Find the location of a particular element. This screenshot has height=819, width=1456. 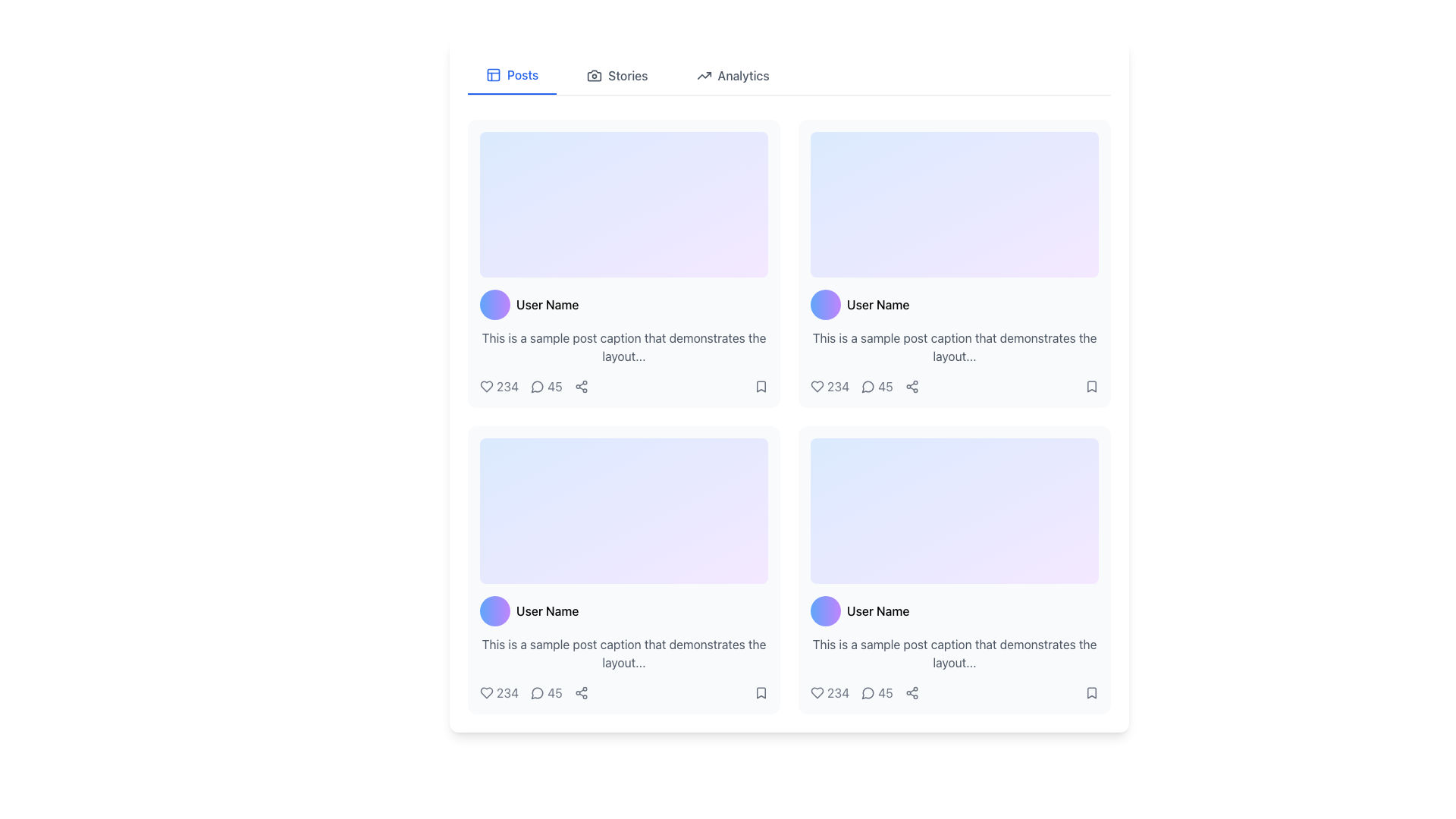

the comments icon located at the bottom section of the content card, which is the middle icon in a row of three is located at coordinates (537, 693).